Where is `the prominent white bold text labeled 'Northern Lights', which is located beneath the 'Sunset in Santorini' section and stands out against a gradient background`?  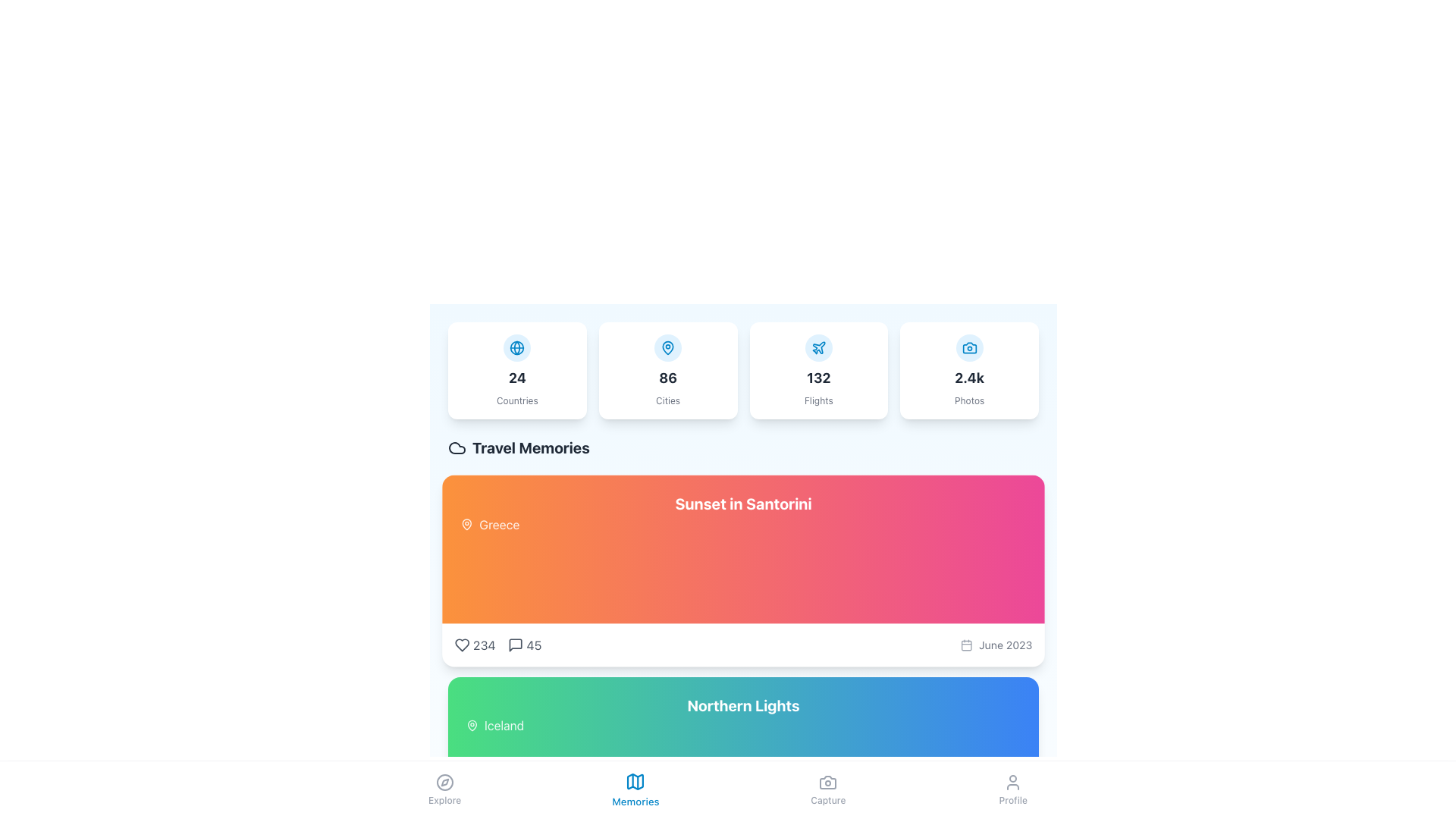
the prominent white bold text labeled 'Northern Lights', which is located beneath the 'Sunset in Santorini' section and stands out against a gradient background is located at coordinates (743, 705).